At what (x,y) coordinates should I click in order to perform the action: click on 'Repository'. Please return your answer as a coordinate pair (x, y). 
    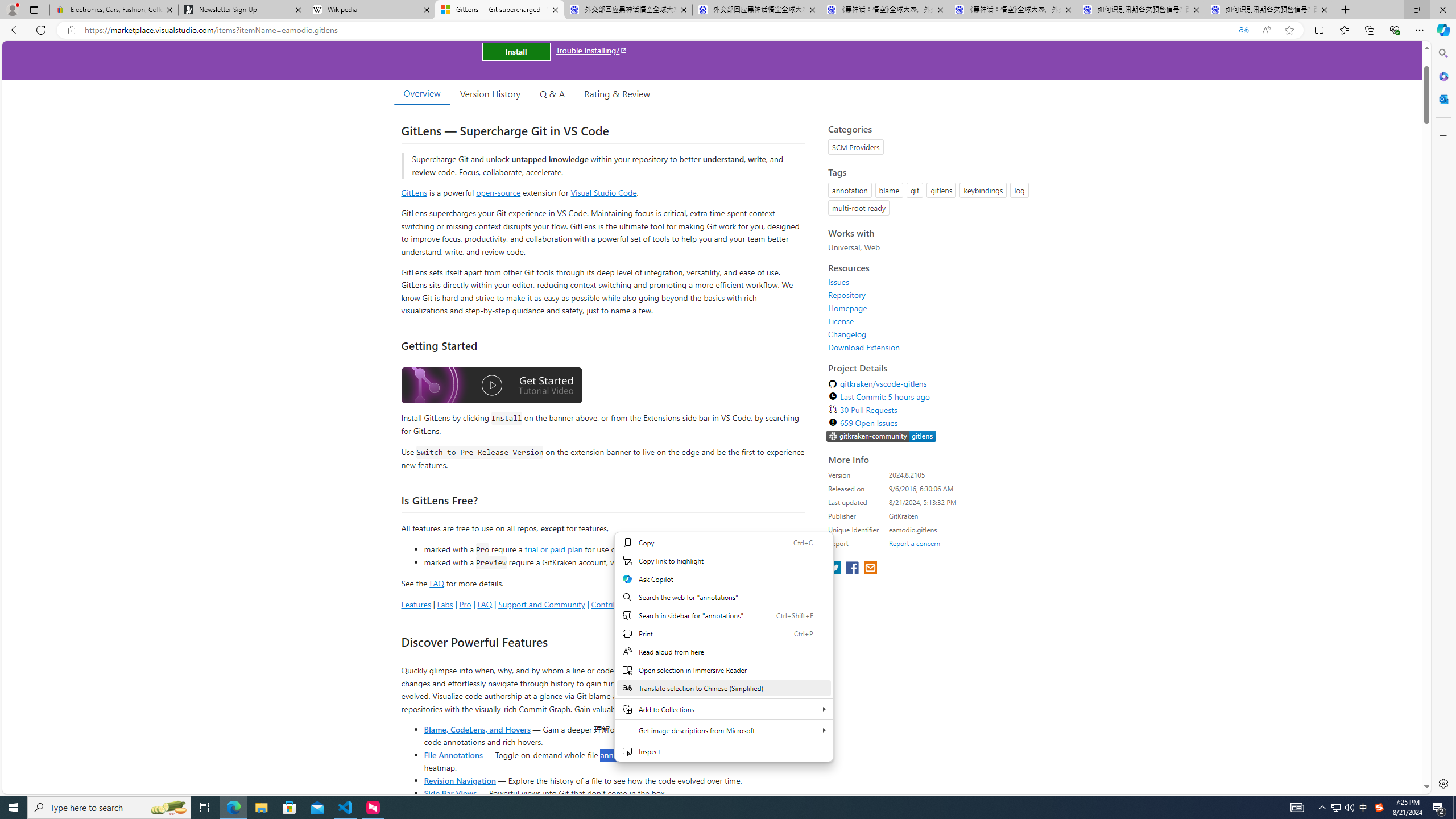
    Looking at the image, I should click on (846, 294).